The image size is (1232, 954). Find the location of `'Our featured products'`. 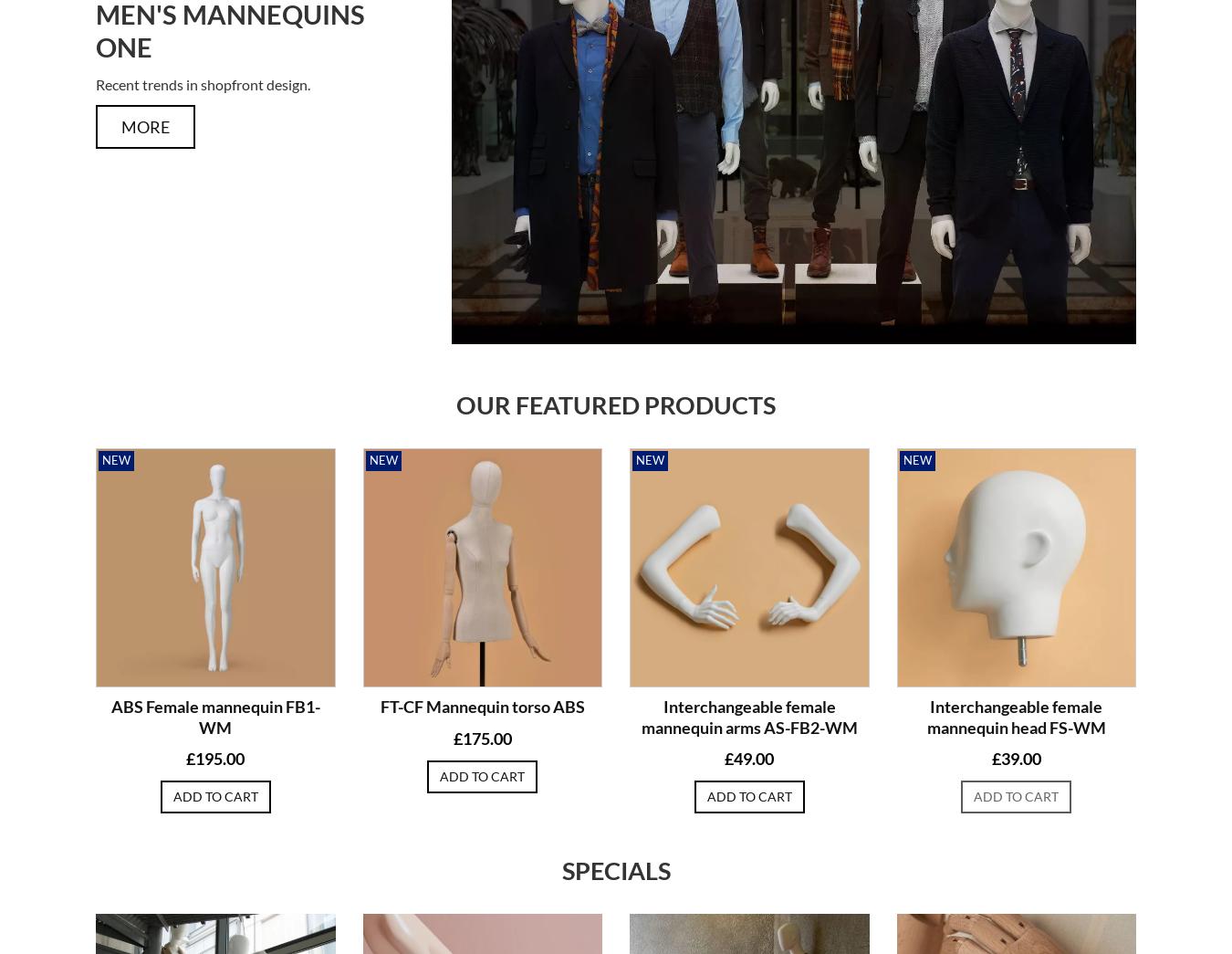

'Our featured products' is located at coordinates (616, 404).